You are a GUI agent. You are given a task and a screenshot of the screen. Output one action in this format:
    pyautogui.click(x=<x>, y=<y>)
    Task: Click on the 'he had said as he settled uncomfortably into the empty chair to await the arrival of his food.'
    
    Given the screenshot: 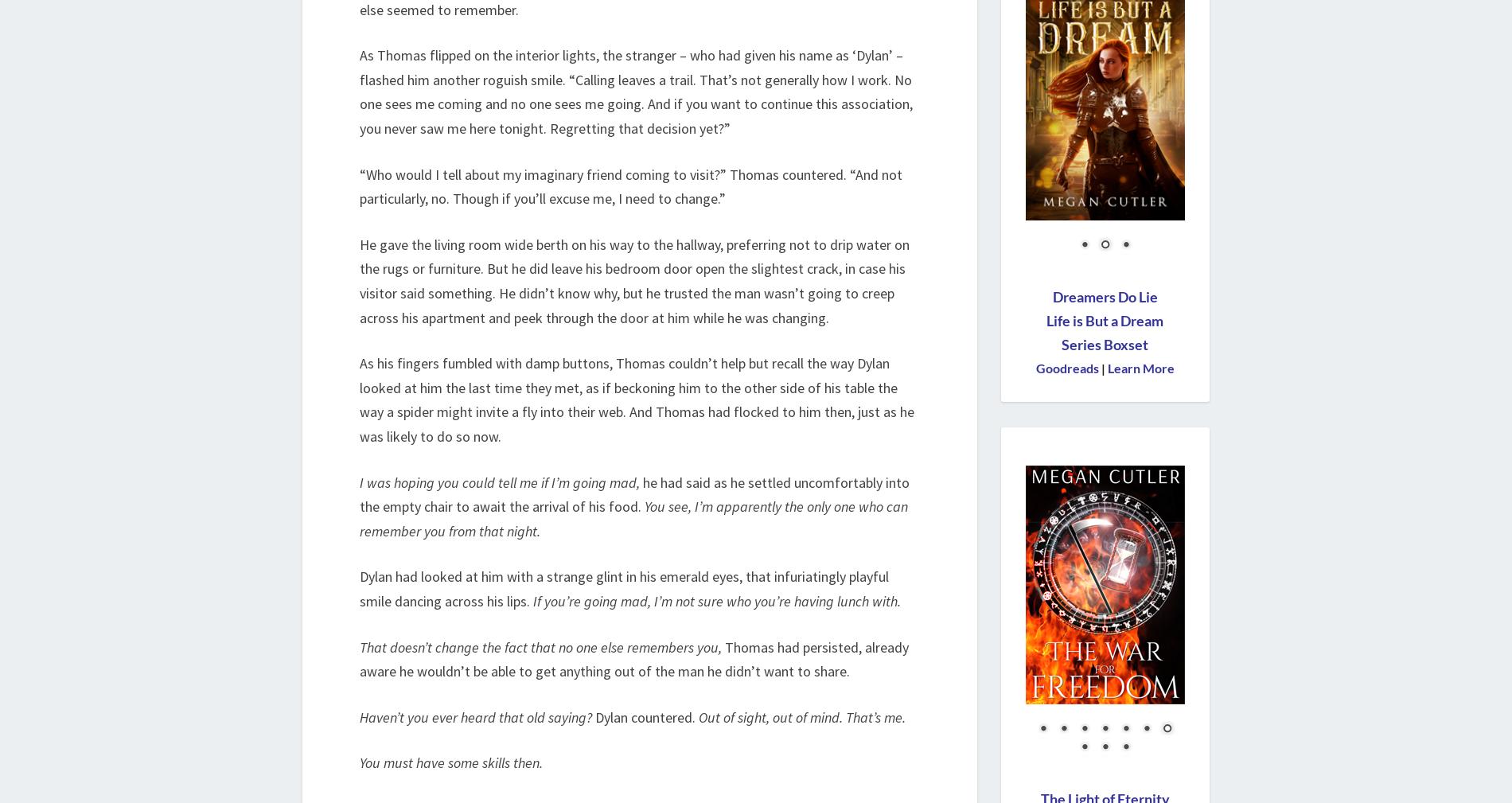 What is the action you would take?
    pyautogui.click(x=633, y=494)
    